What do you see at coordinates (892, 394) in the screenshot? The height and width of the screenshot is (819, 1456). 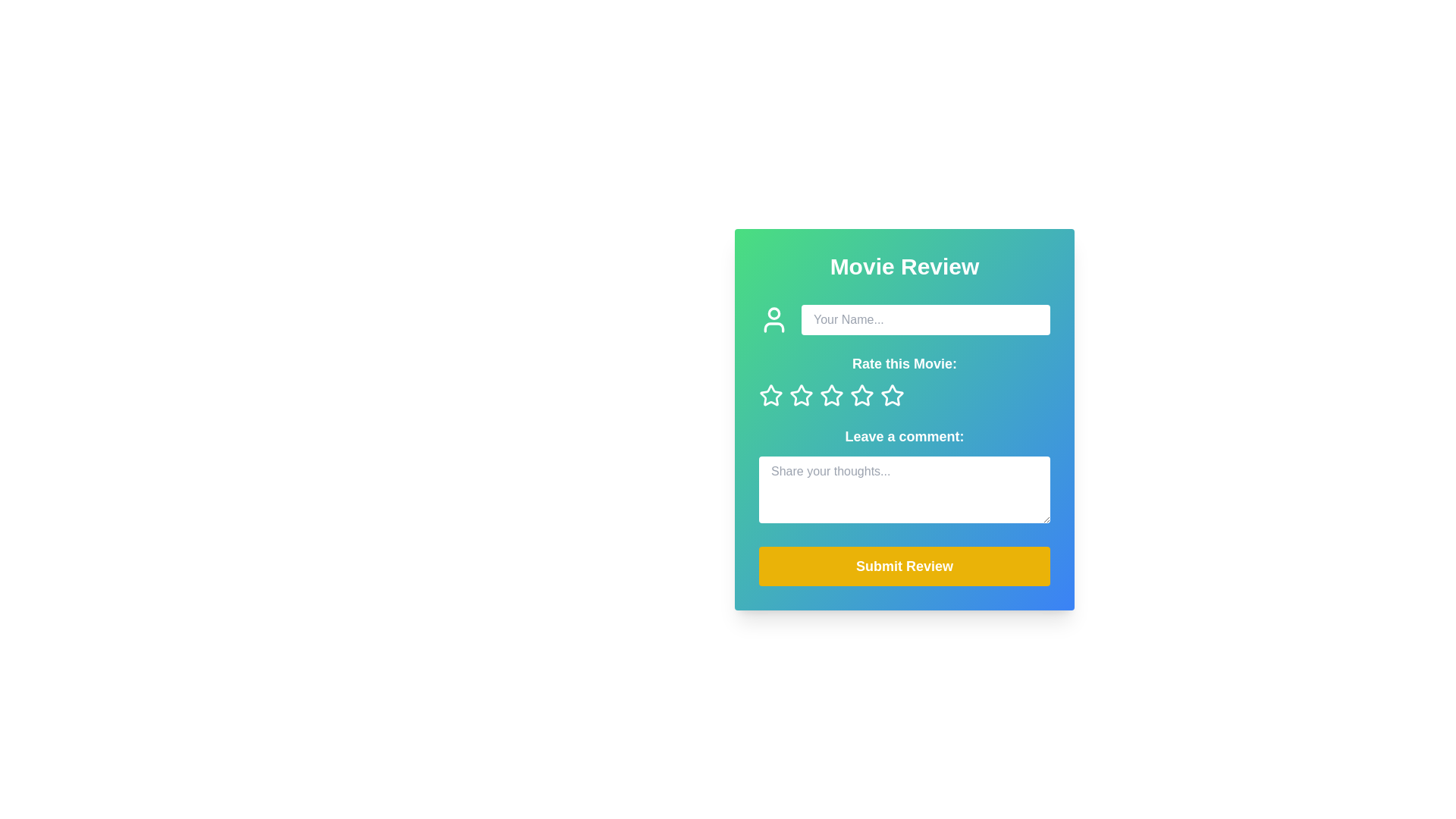 I see `on the fifth unfilled star icon used for rating movies, located below the 'Rate this Movie:' text` at bounding box center [892, 394].